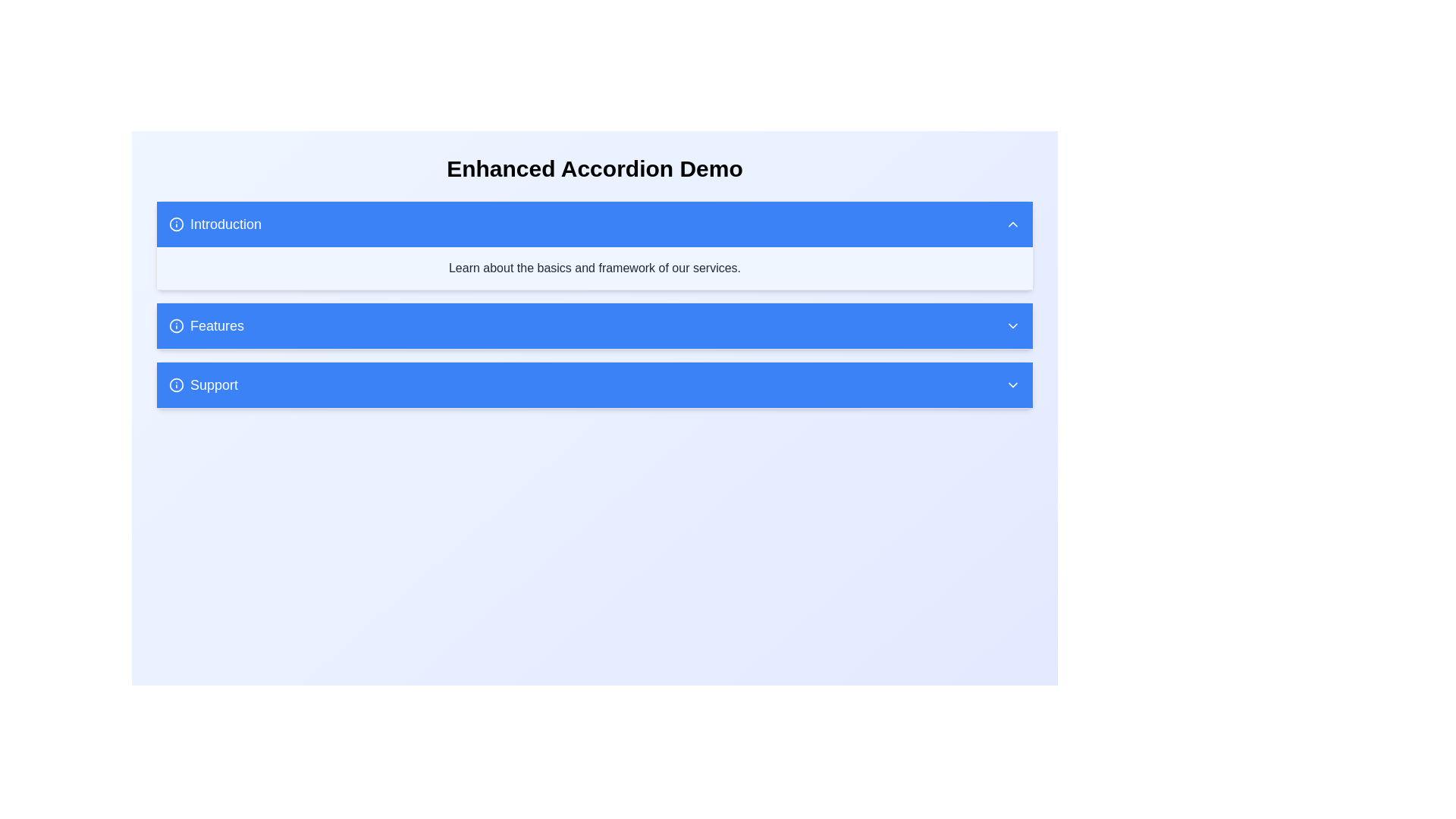 Image resolution: width=1456 pixels, height=819 pixels. Describe the element at coordinates (213, 384) in the screenshot. I see `the 'Support' text label which is displayed in bold font on a blue background, located in the third section of the vertically stacked menu, aligned to the right of an information icon` at that location.